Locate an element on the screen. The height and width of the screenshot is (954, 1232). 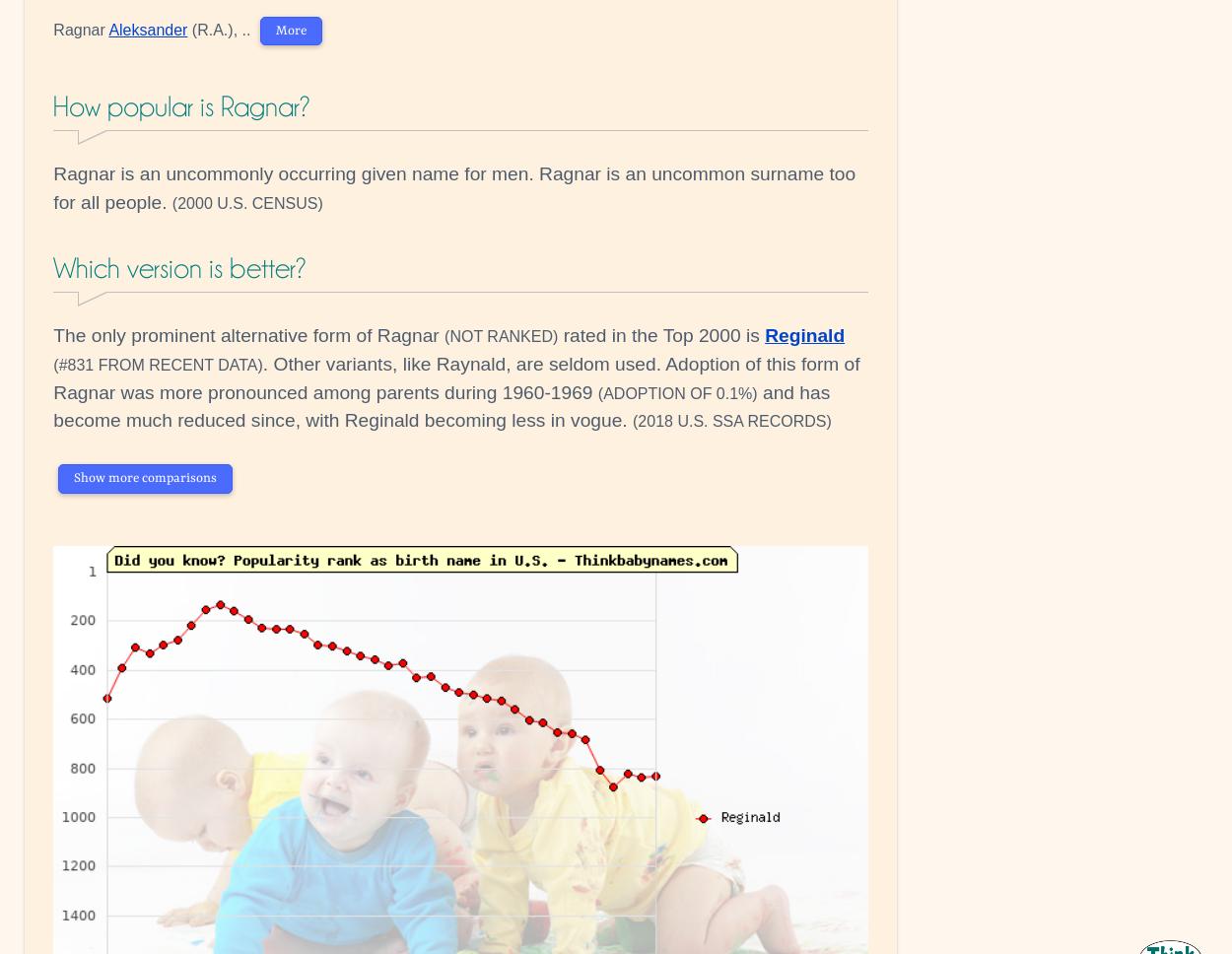
'Which version is better?' is located at coordinates (180, 268).